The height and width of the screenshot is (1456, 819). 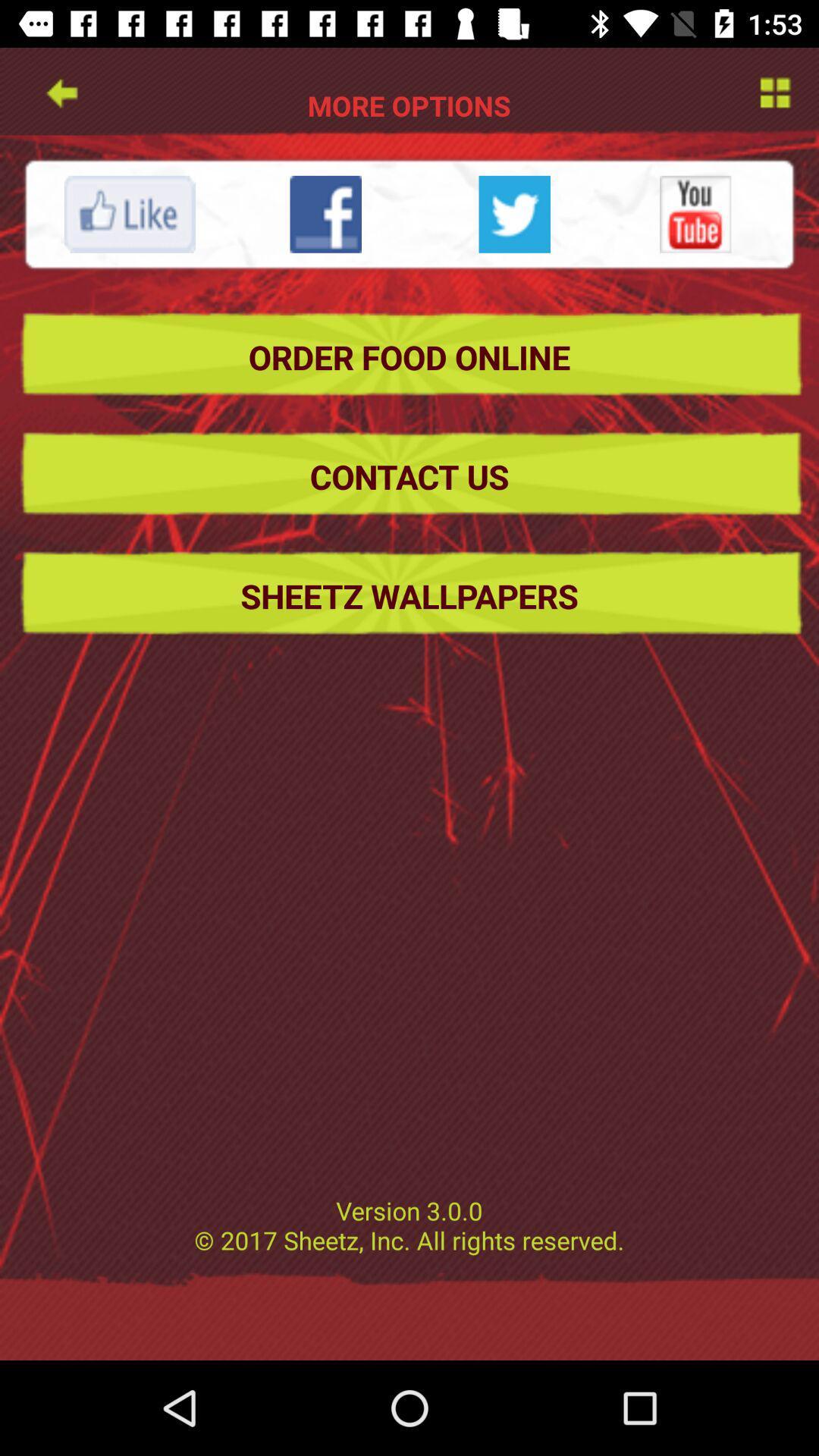 I want to click on options, so click(x=774, y=90).